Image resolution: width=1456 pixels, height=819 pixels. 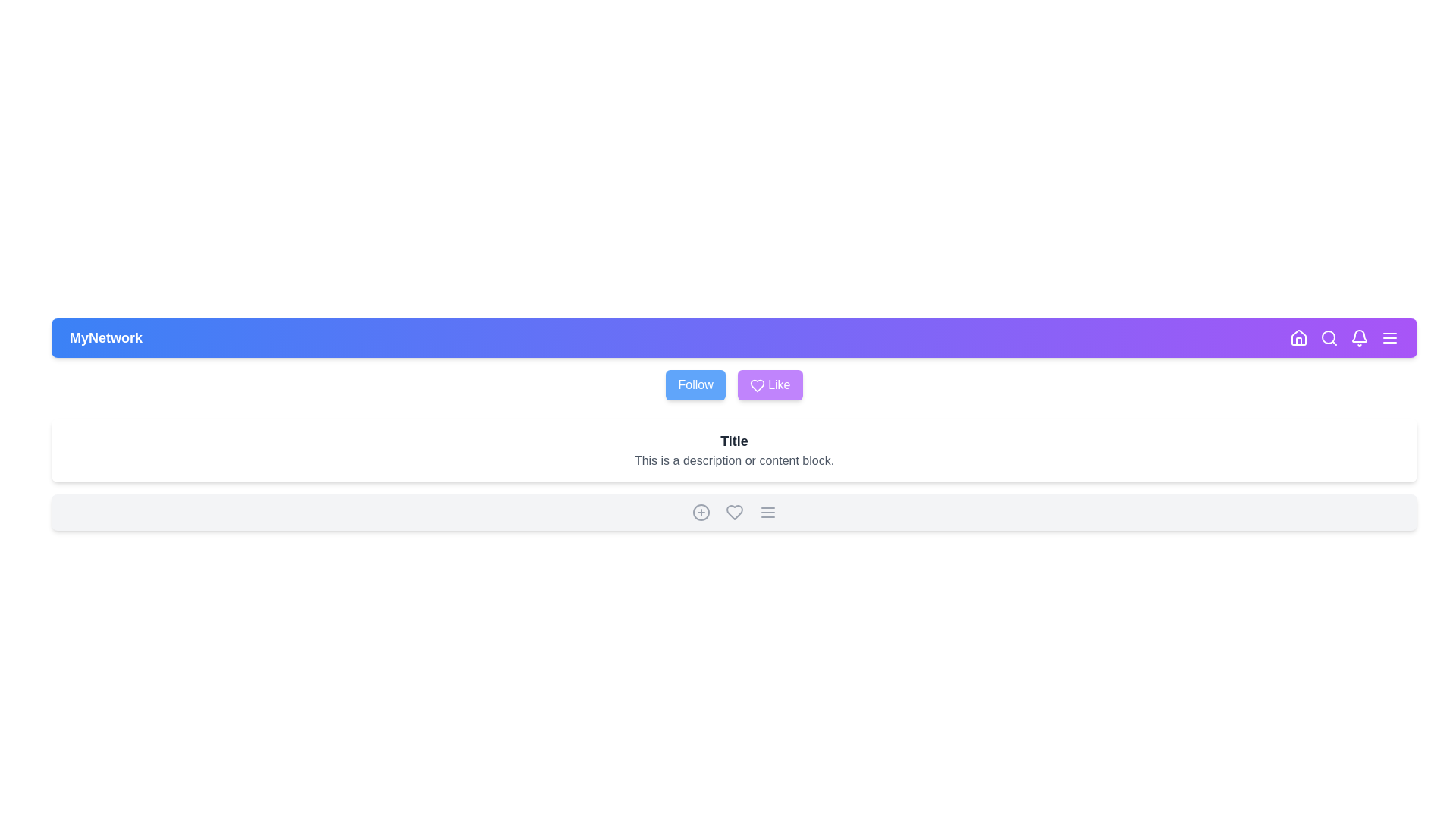 I want to click on the 'MyNetwork' text label element, which is a prominent navigational link in bold, white uppercase font against a gradient blue background, located on the left side of the navigation bar, so click(x=105, y=337).